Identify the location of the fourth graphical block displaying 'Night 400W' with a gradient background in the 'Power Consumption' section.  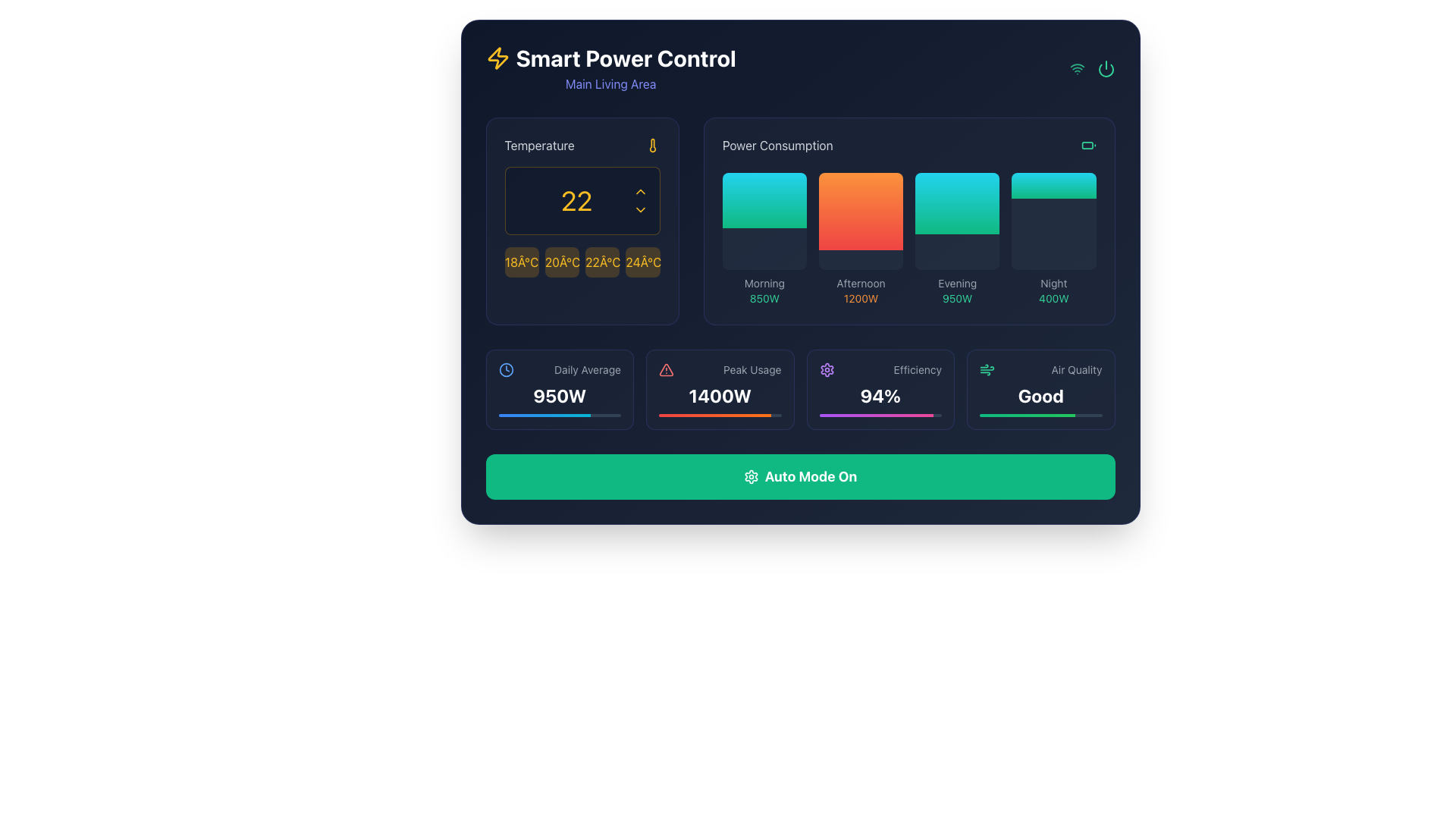
(1053, 239).